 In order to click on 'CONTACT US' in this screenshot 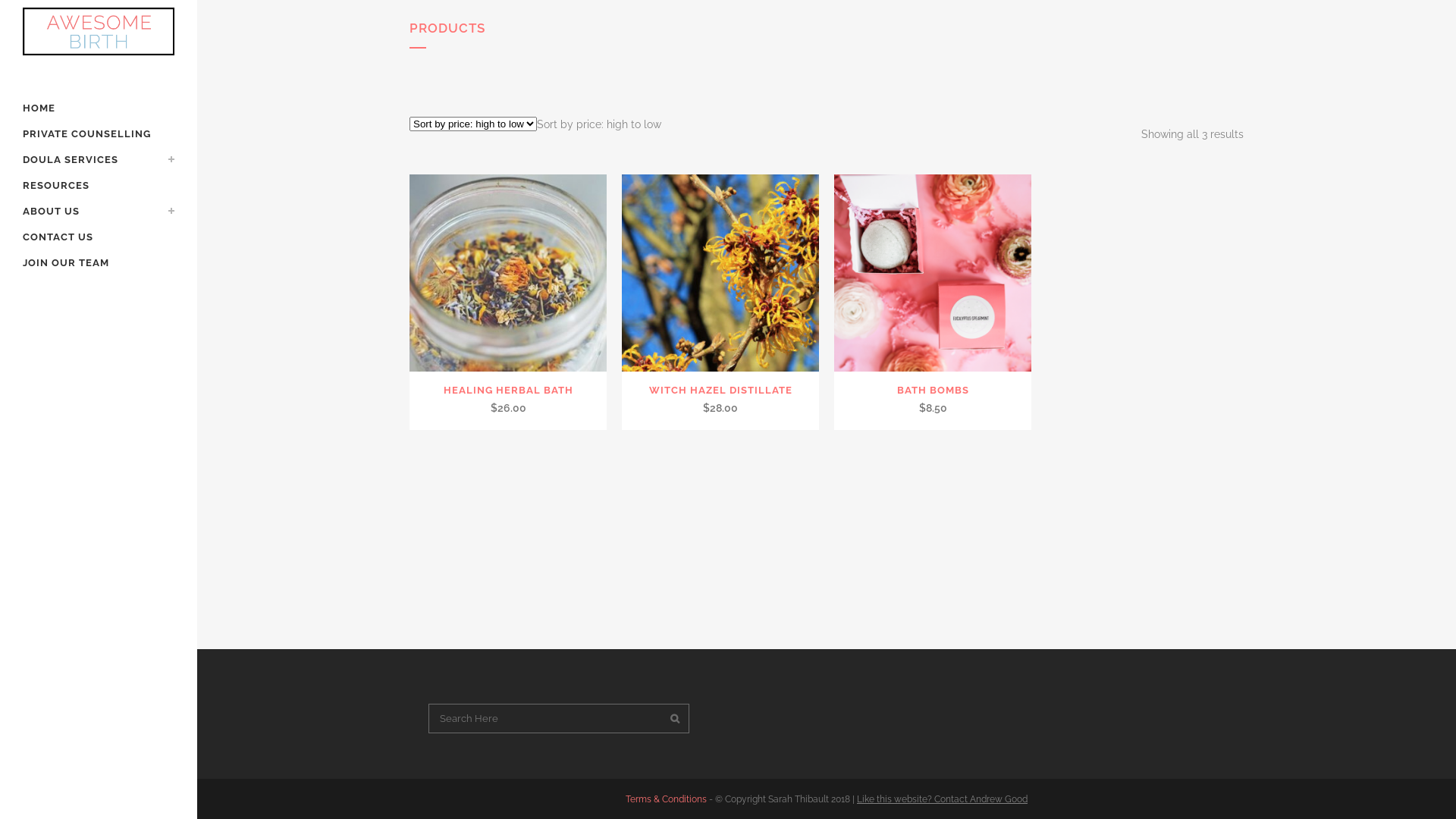, I will do `click(22, 237)`.